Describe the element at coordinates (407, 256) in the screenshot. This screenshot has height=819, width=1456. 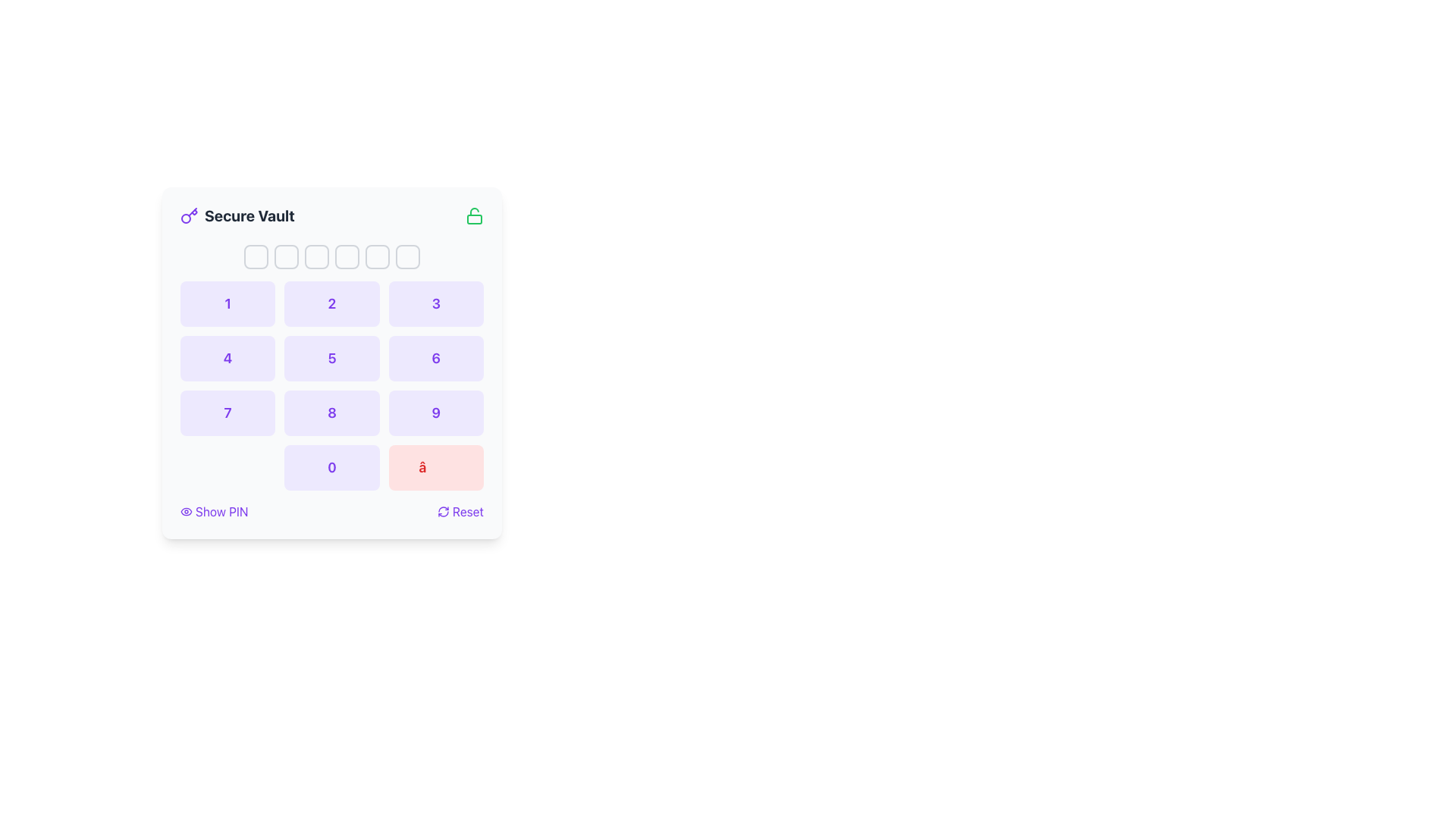
I see `the sixth square in the horizontal row of six squares located in the top section of the 'Secure Vault' interface, which serves as a placeholder for entering a multi-digit code or PIN` at that location.